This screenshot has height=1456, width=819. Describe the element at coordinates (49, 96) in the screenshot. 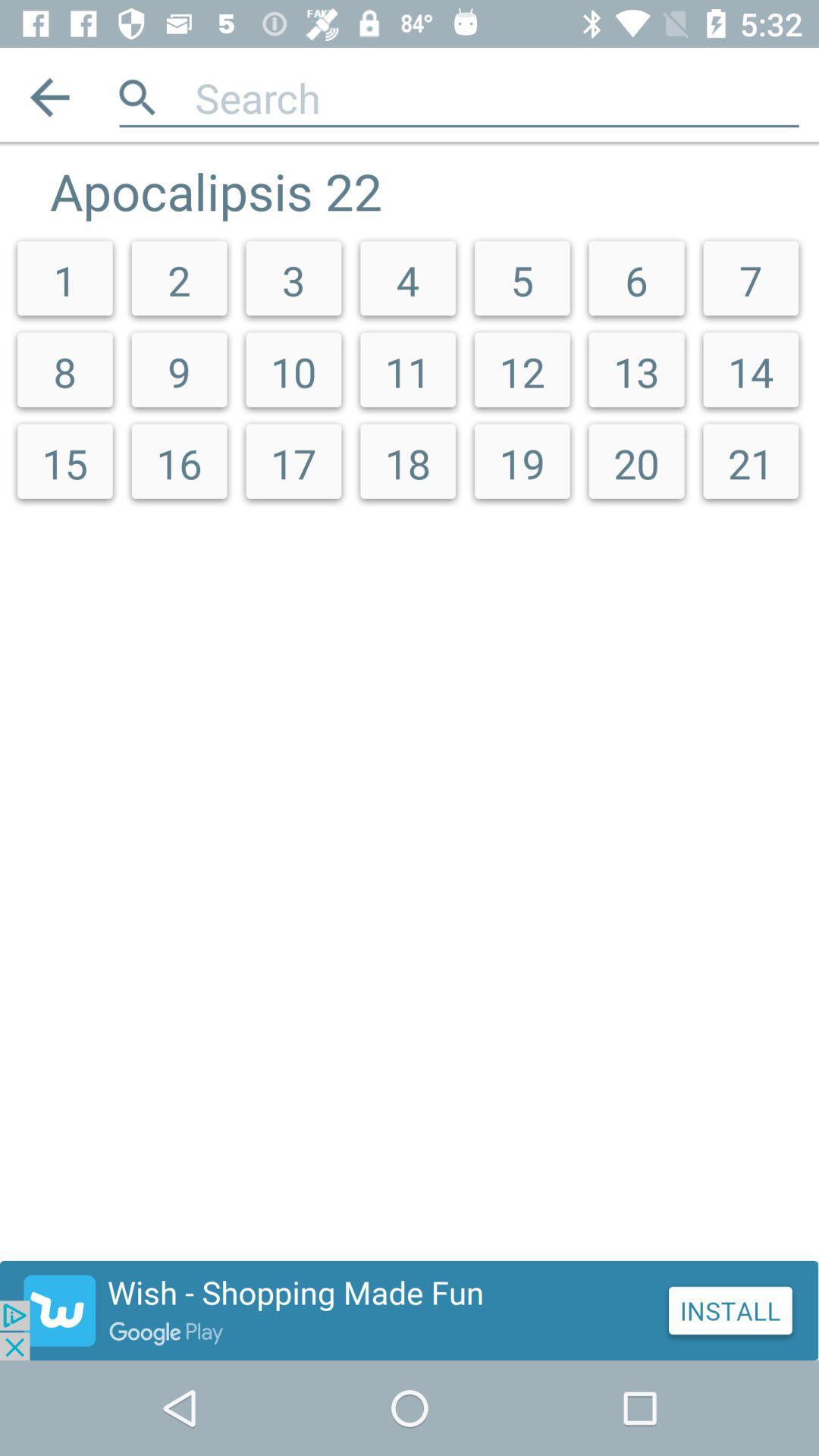

I see `go back` at that location.